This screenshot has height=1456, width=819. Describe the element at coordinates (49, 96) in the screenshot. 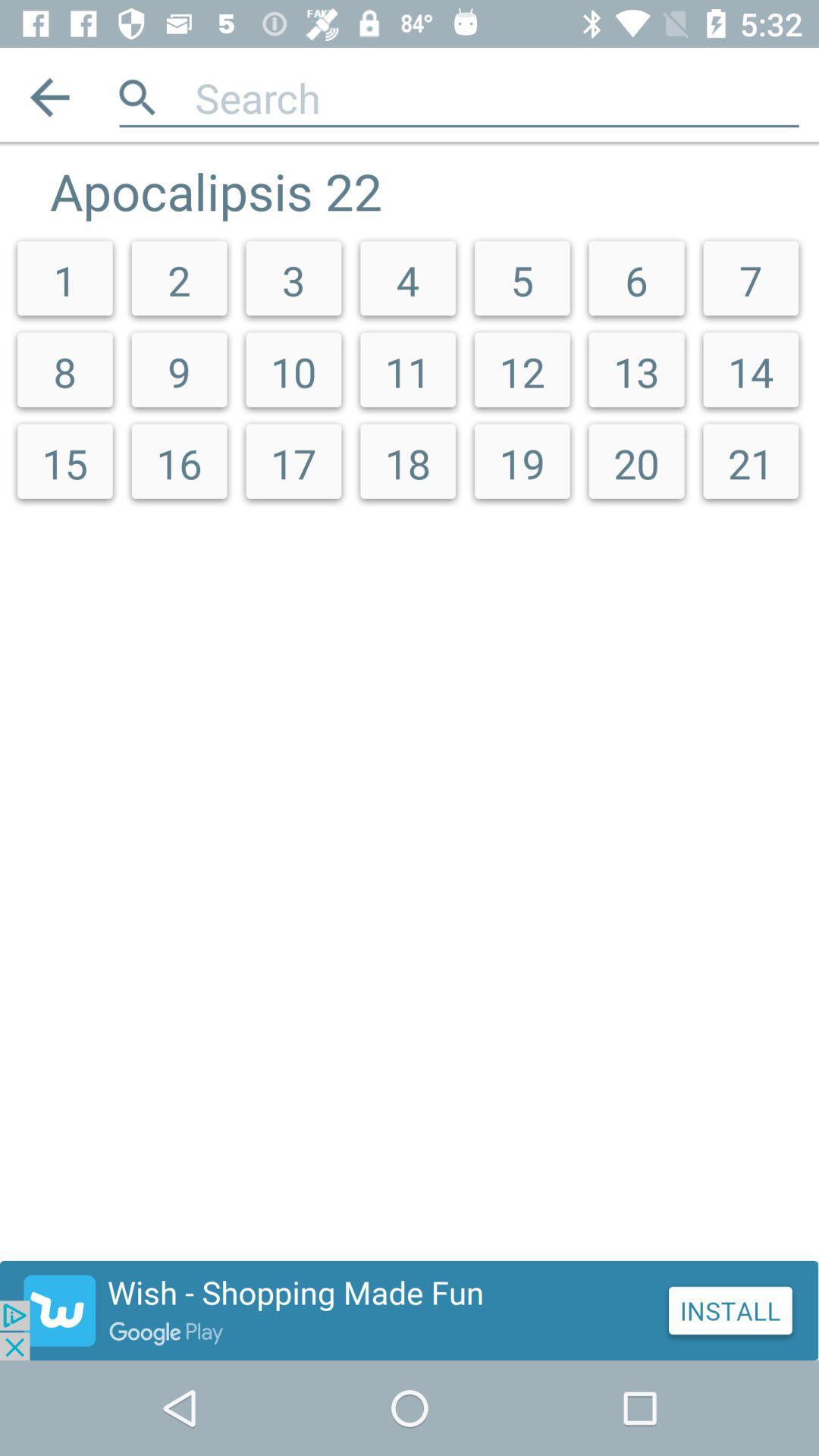

I see `go back` at that location.